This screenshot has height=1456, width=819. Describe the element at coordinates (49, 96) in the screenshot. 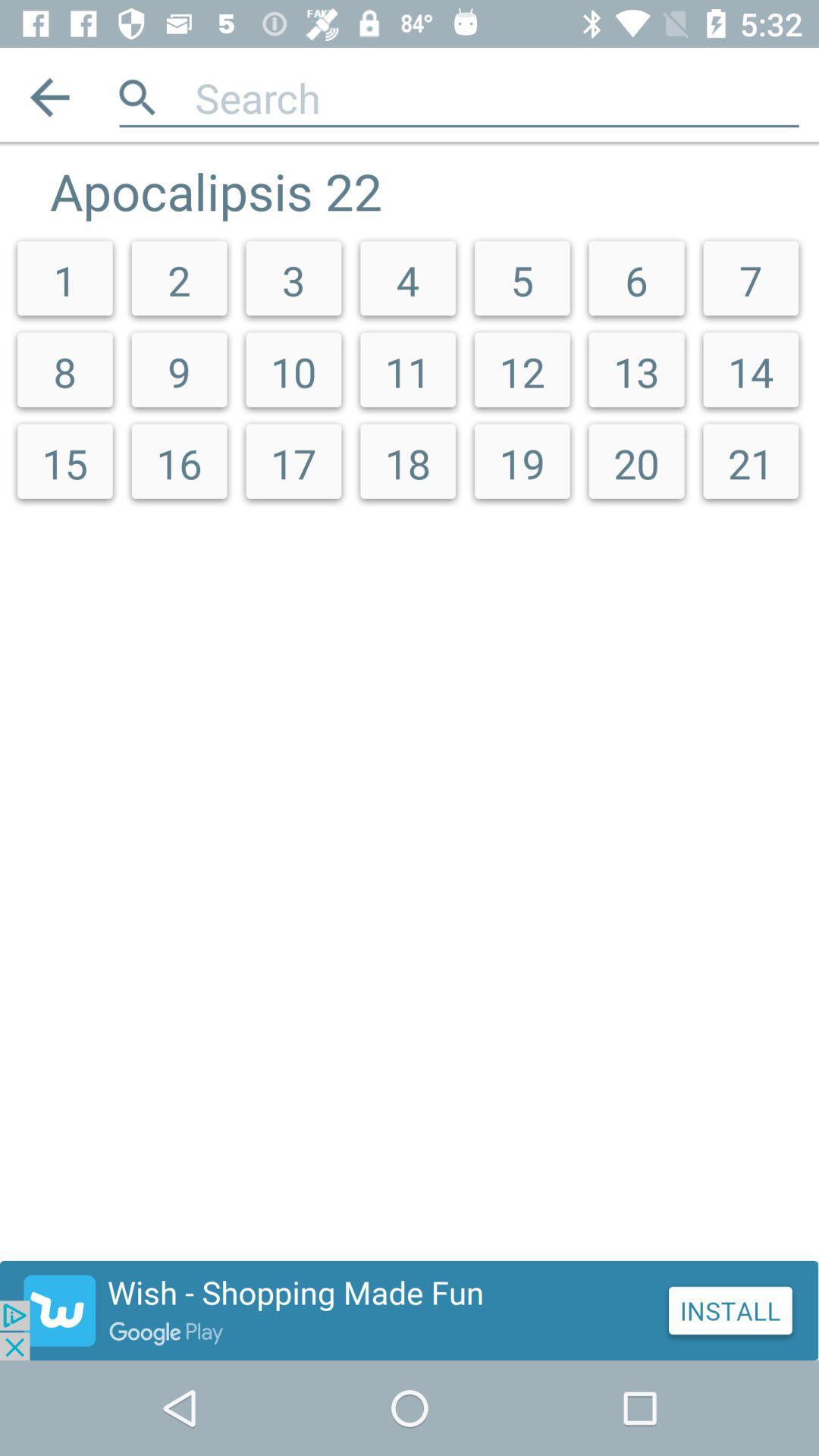

I see `go back` at that location.